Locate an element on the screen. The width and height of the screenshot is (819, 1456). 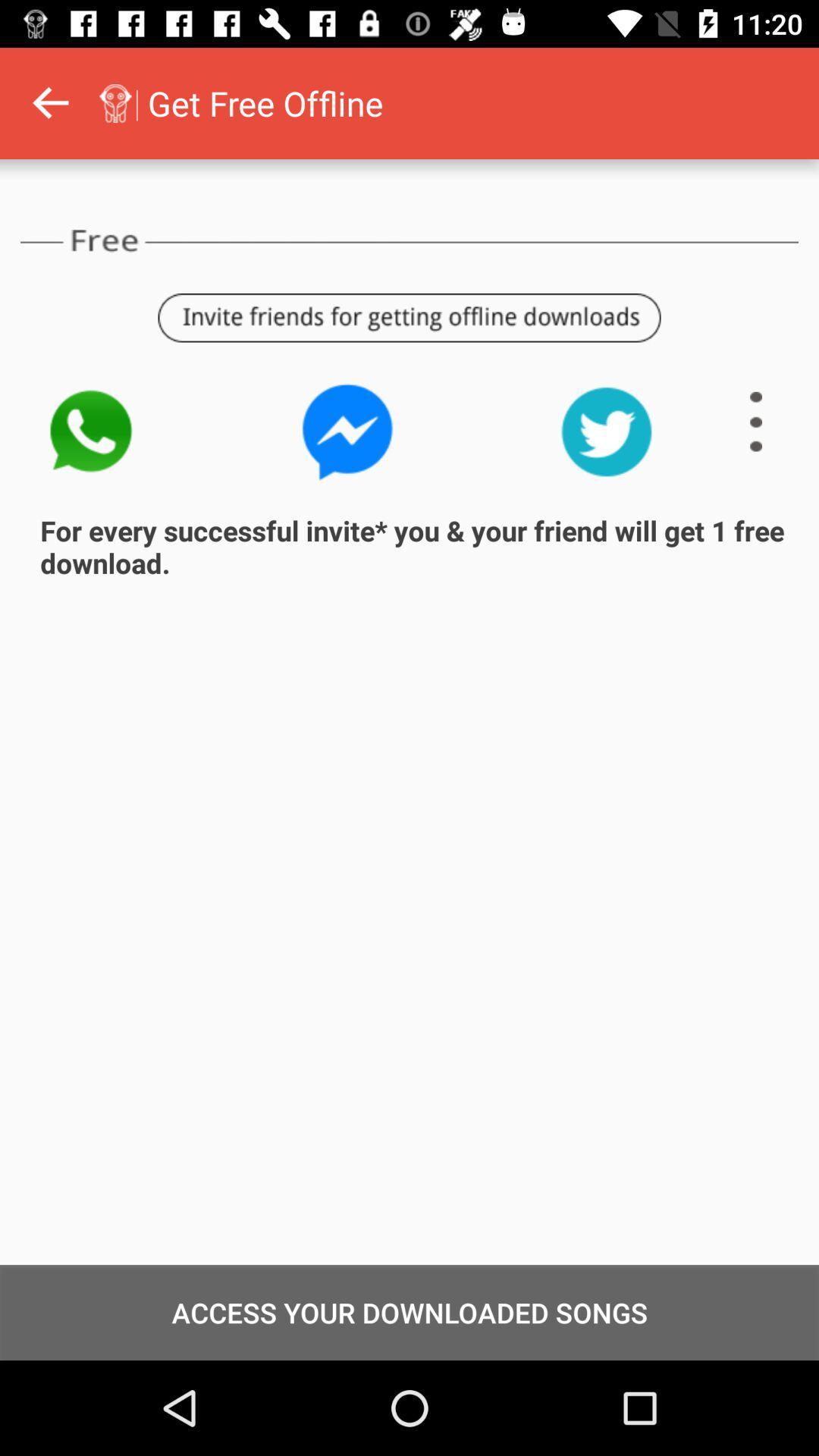
share on twitter is located at coordinates (606, 431).